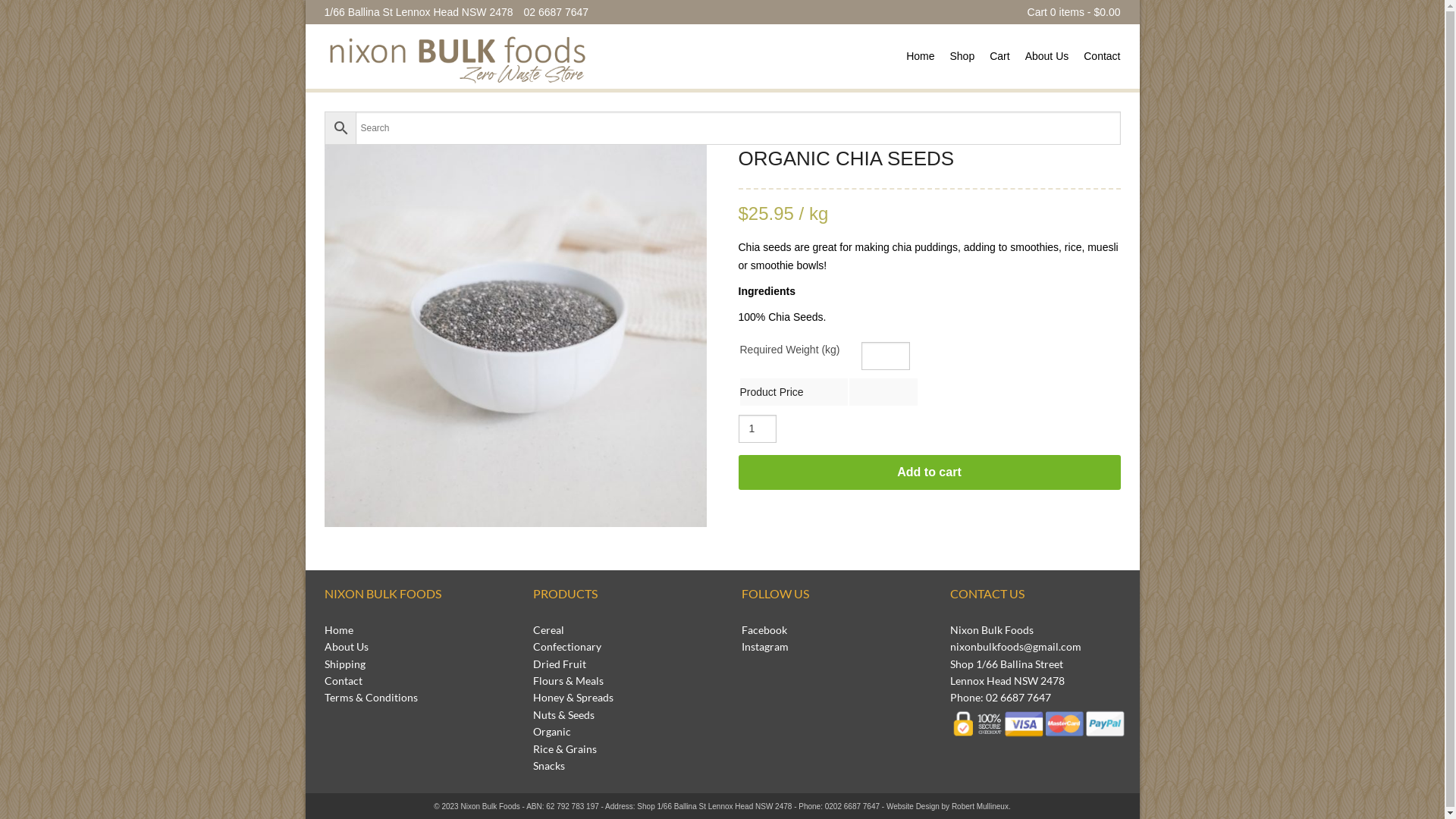  I want to click on 'Nuts & Seeds', so click(562, 714).